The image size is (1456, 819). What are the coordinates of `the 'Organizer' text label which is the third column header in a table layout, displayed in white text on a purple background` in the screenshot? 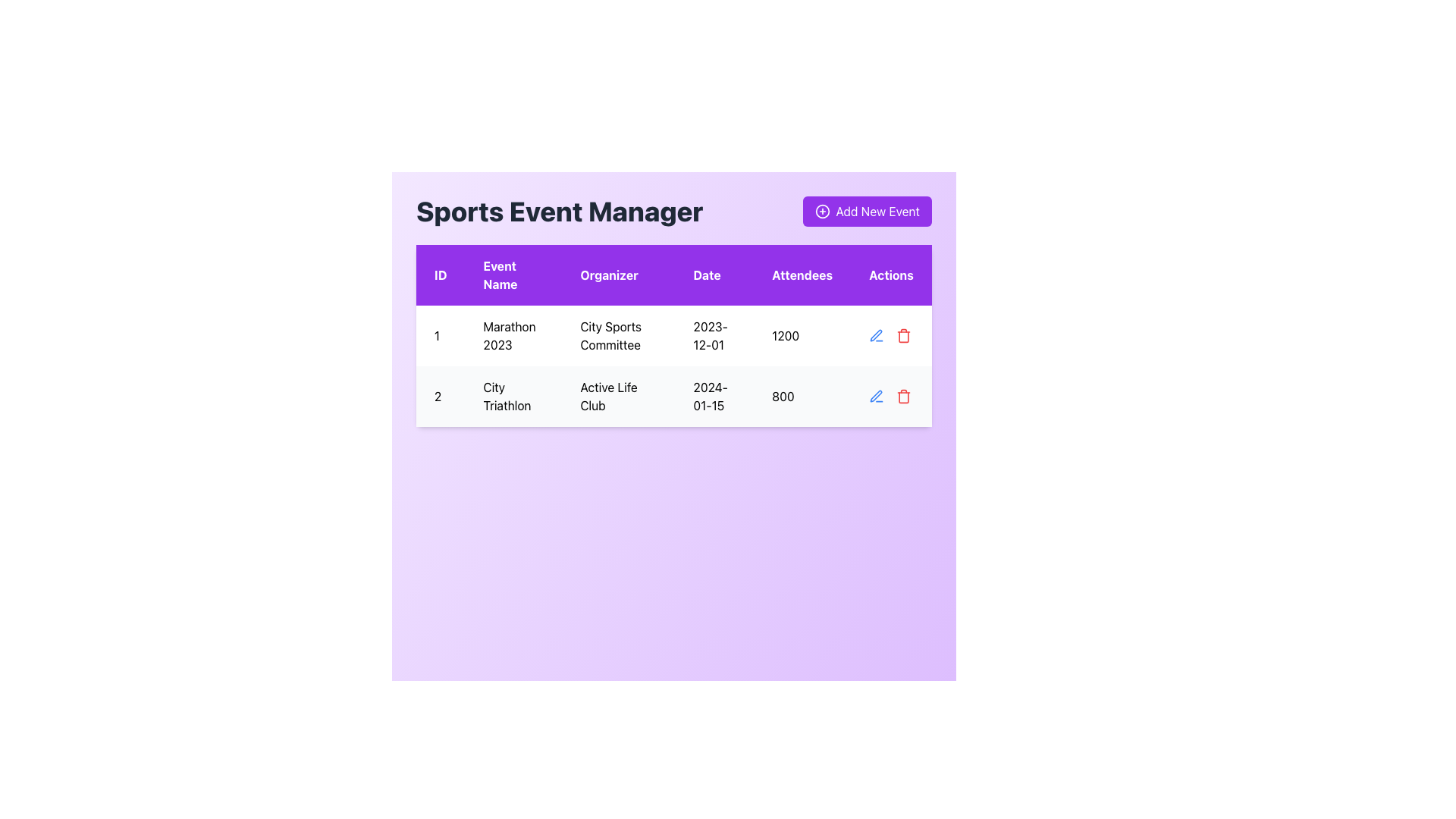 It's located at (619, 275).